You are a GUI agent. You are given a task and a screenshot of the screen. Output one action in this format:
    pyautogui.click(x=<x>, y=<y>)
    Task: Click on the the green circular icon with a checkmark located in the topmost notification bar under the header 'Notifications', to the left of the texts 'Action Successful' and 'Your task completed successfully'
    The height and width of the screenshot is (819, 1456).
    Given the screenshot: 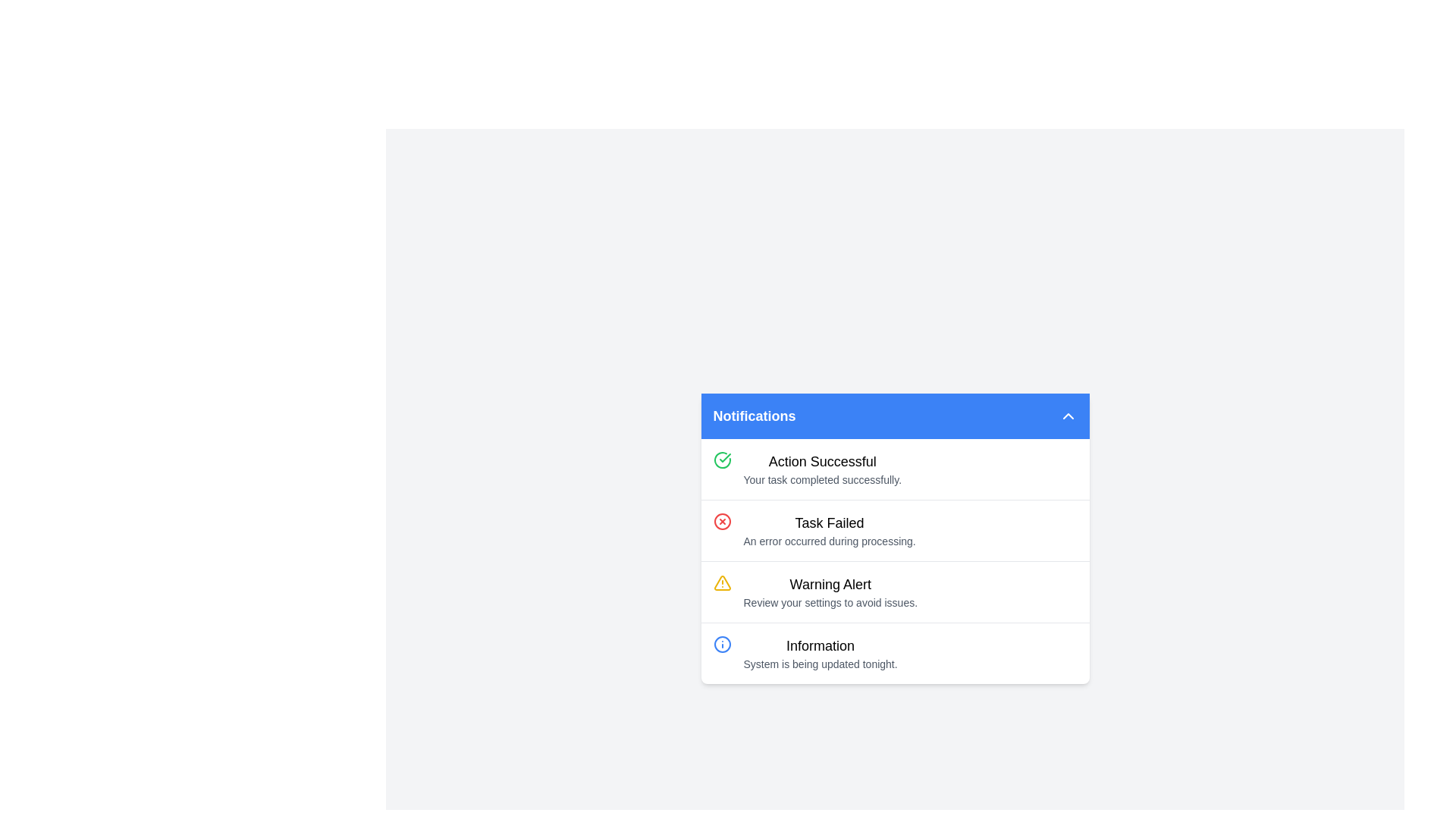 What is the action you would take?
    pyautogui.click(x=721, y=459)
    